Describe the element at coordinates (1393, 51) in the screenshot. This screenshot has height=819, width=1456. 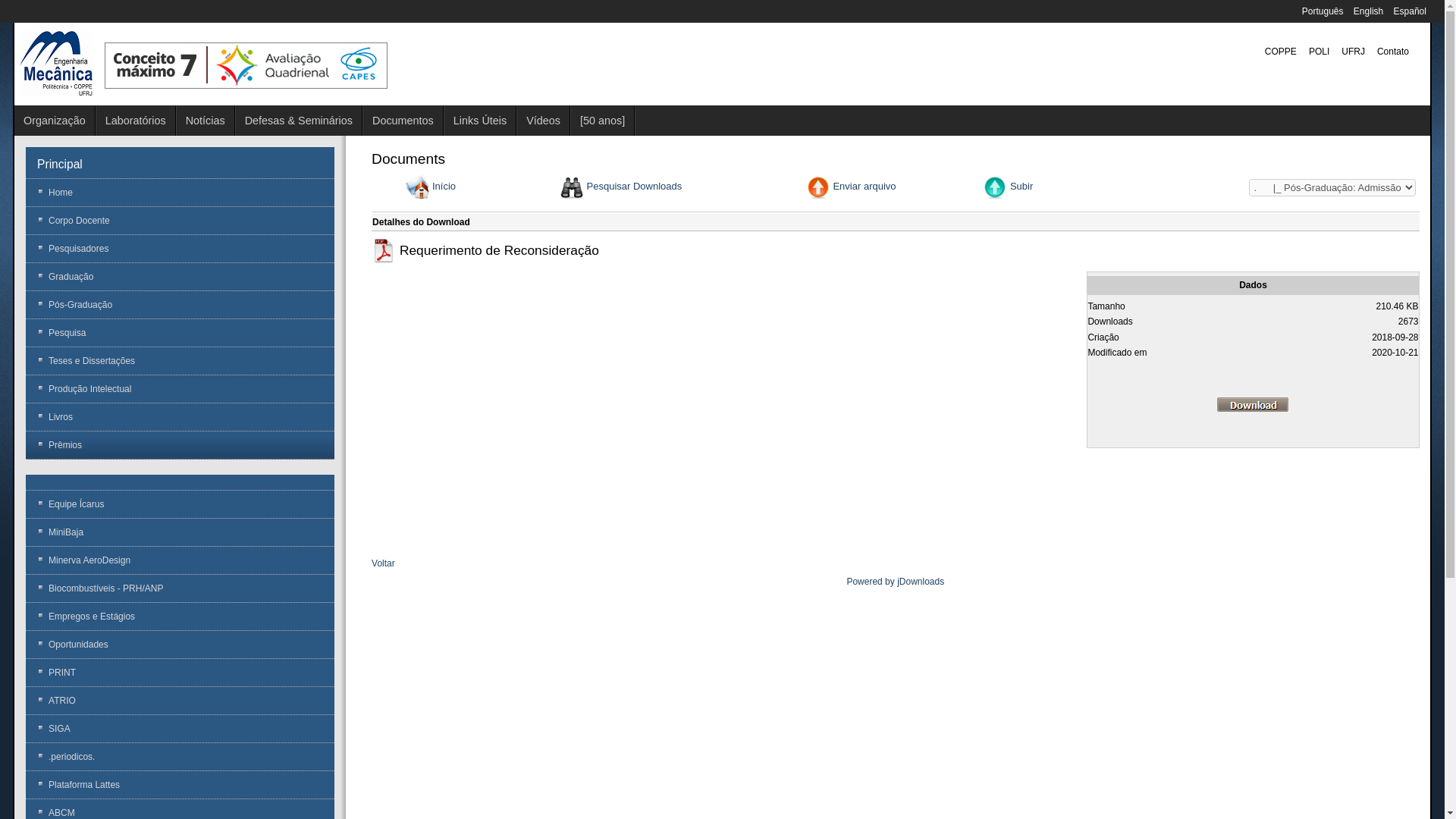
I see `'Contato'` at that location.